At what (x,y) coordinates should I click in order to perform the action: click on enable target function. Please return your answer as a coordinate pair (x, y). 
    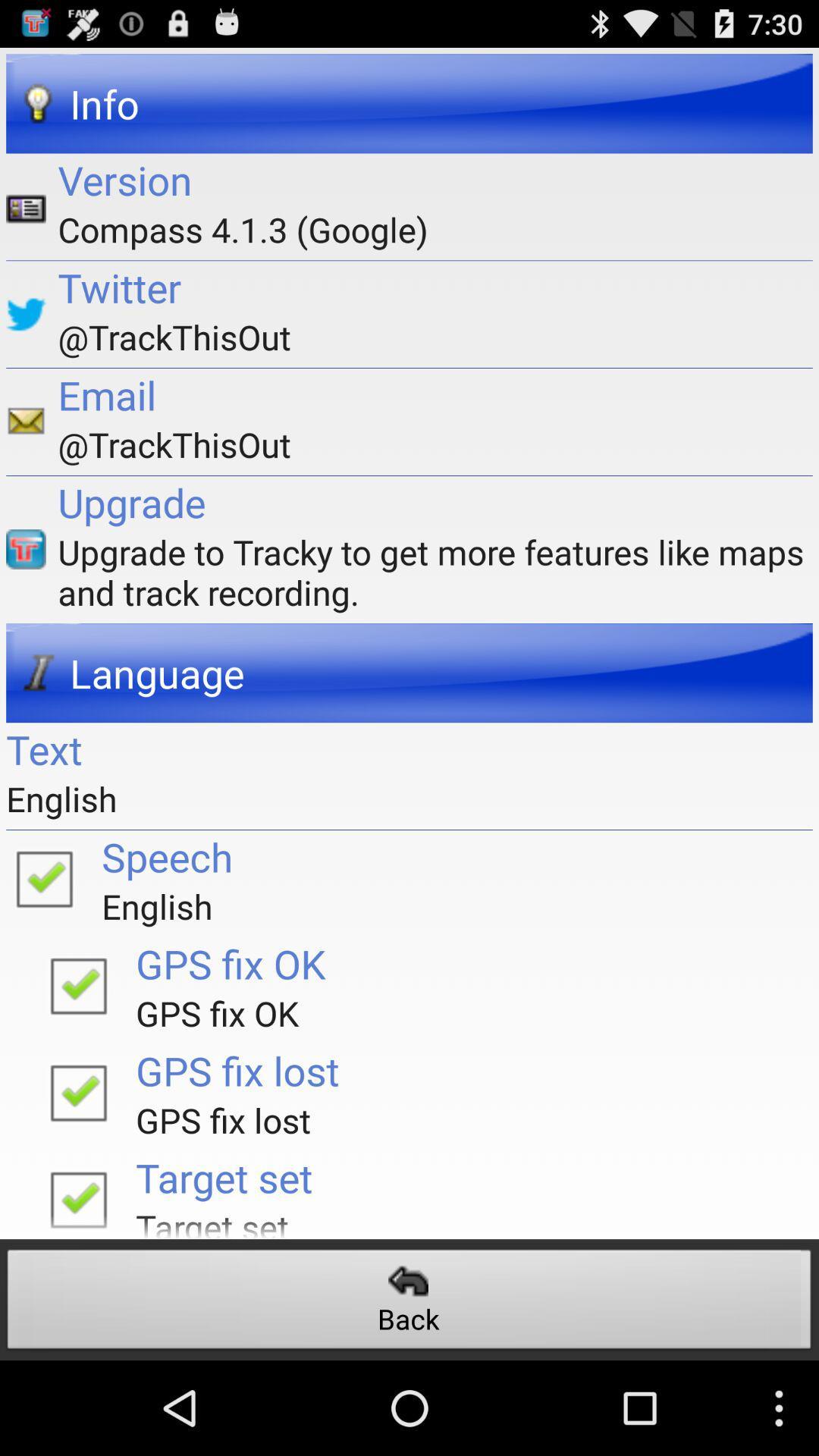
    Looking at the image, I should click on (78, 1194).